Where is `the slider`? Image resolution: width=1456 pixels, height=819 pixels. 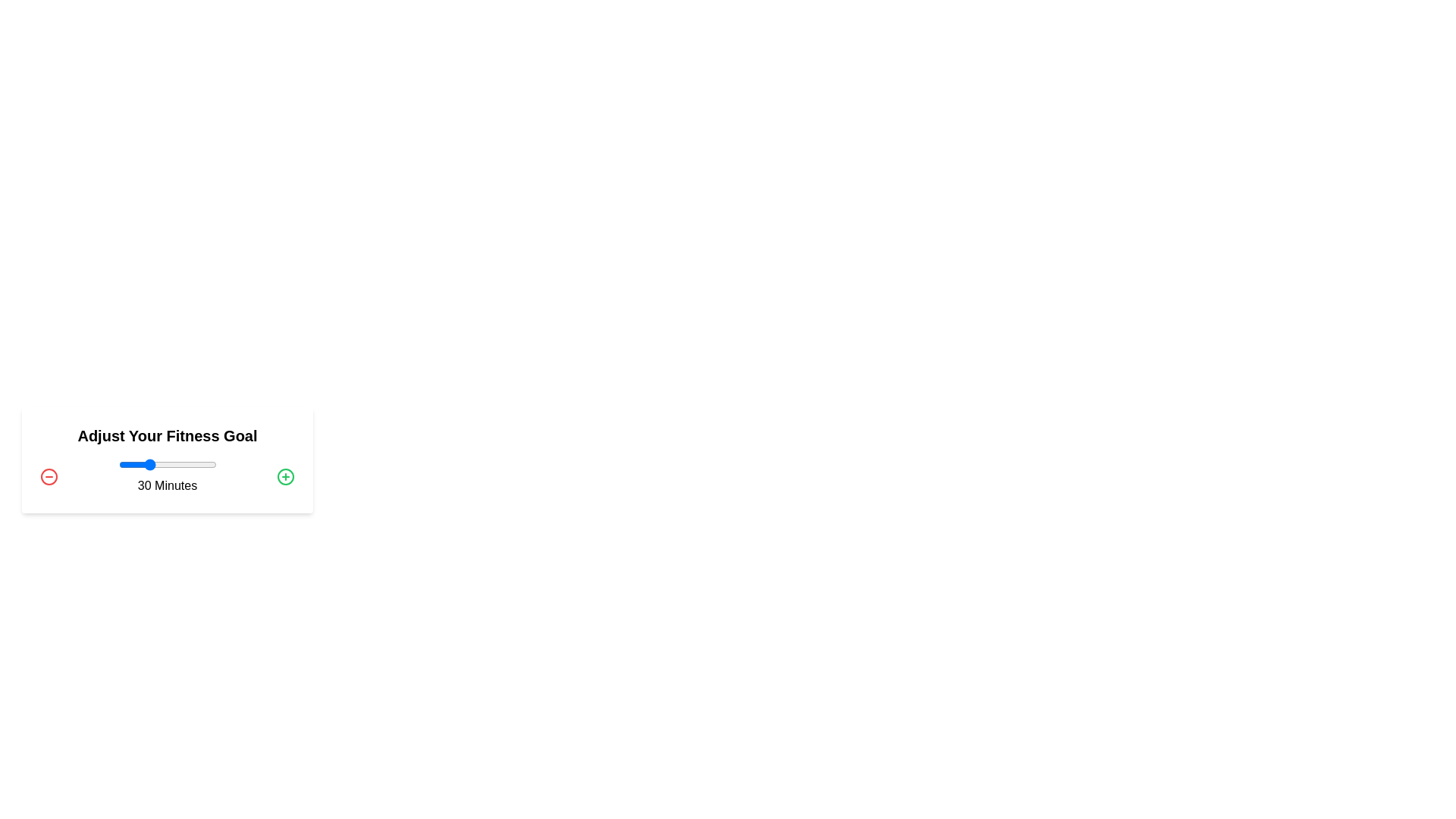
the slider is located at coordinates (190, 464).